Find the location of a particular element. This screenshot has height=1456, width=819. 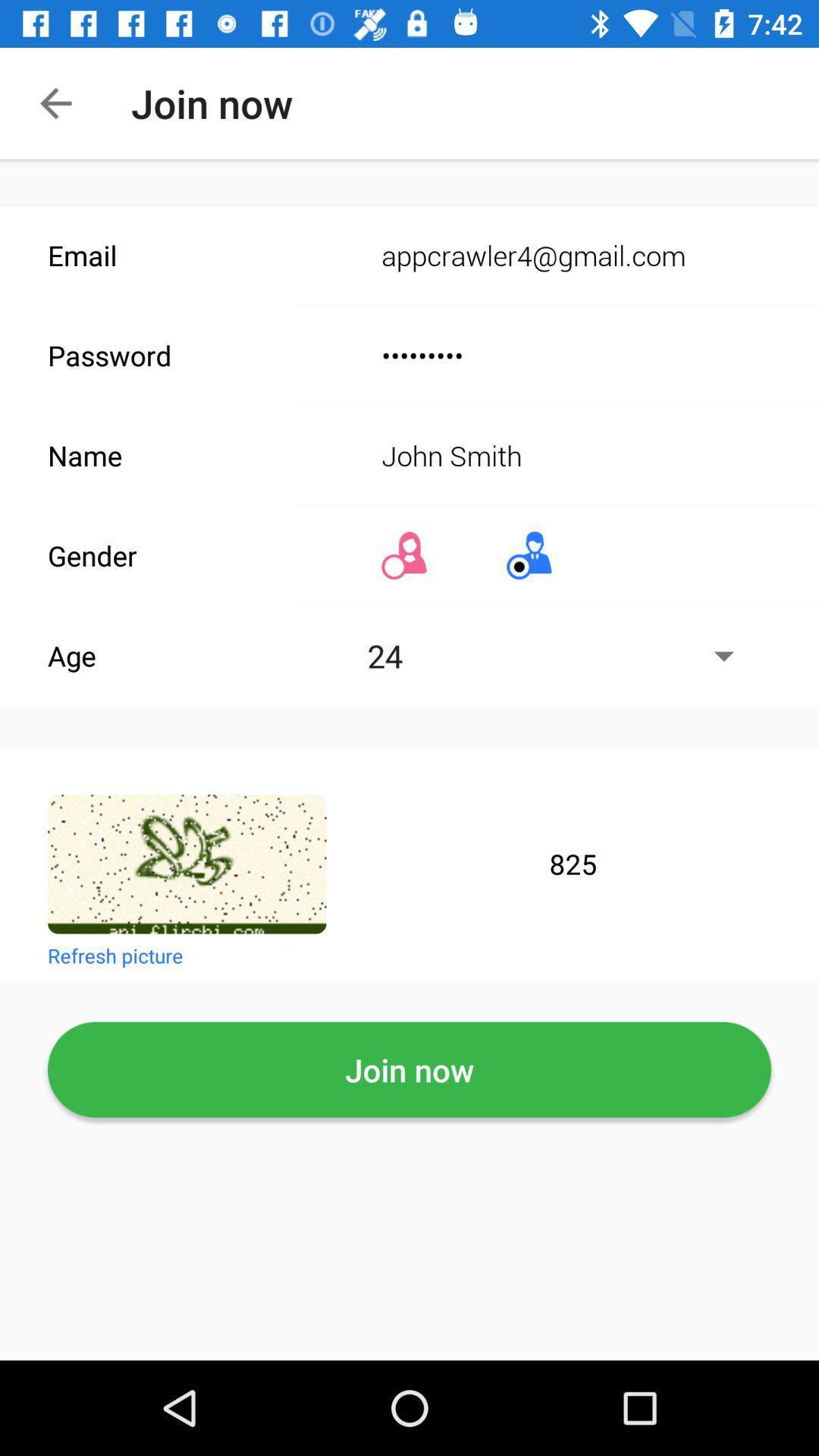

the text which is next to the name is located at coordinates (561, 455).